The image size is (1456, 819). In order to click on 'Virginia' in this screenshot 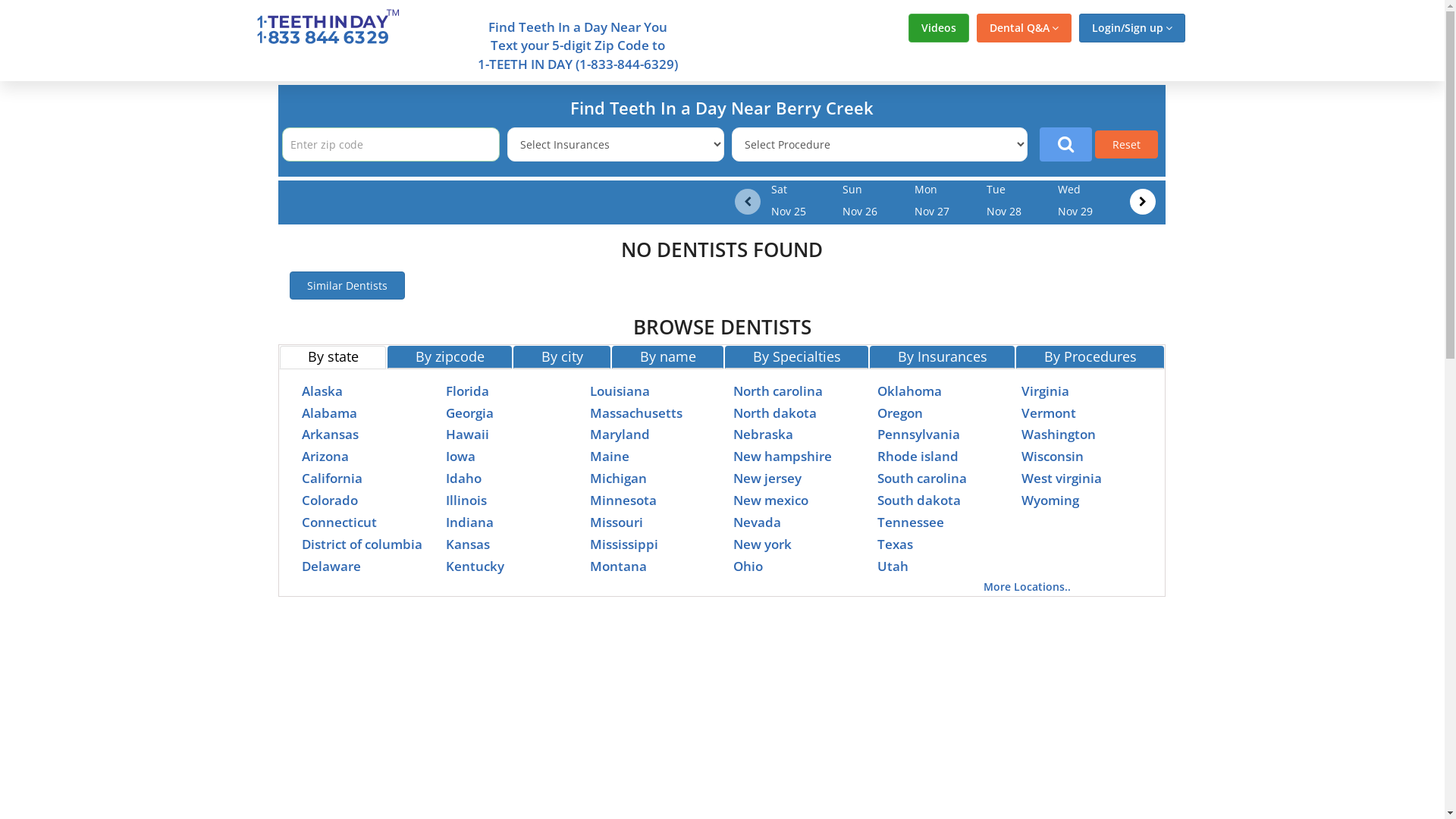, I will do `click(1044, 390)`.